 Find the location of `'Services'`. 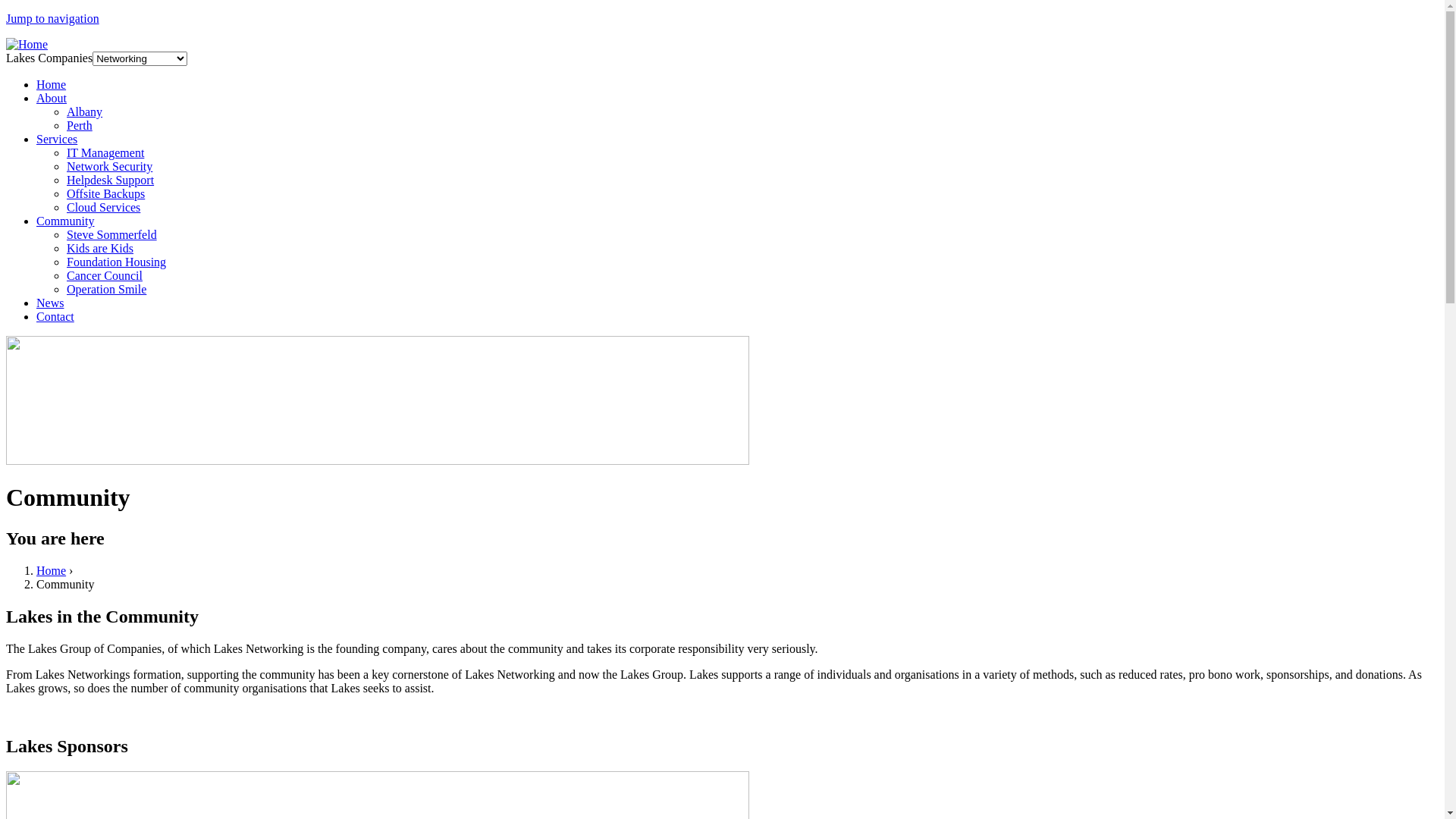

'Services' is located at coordinates (57, 139).